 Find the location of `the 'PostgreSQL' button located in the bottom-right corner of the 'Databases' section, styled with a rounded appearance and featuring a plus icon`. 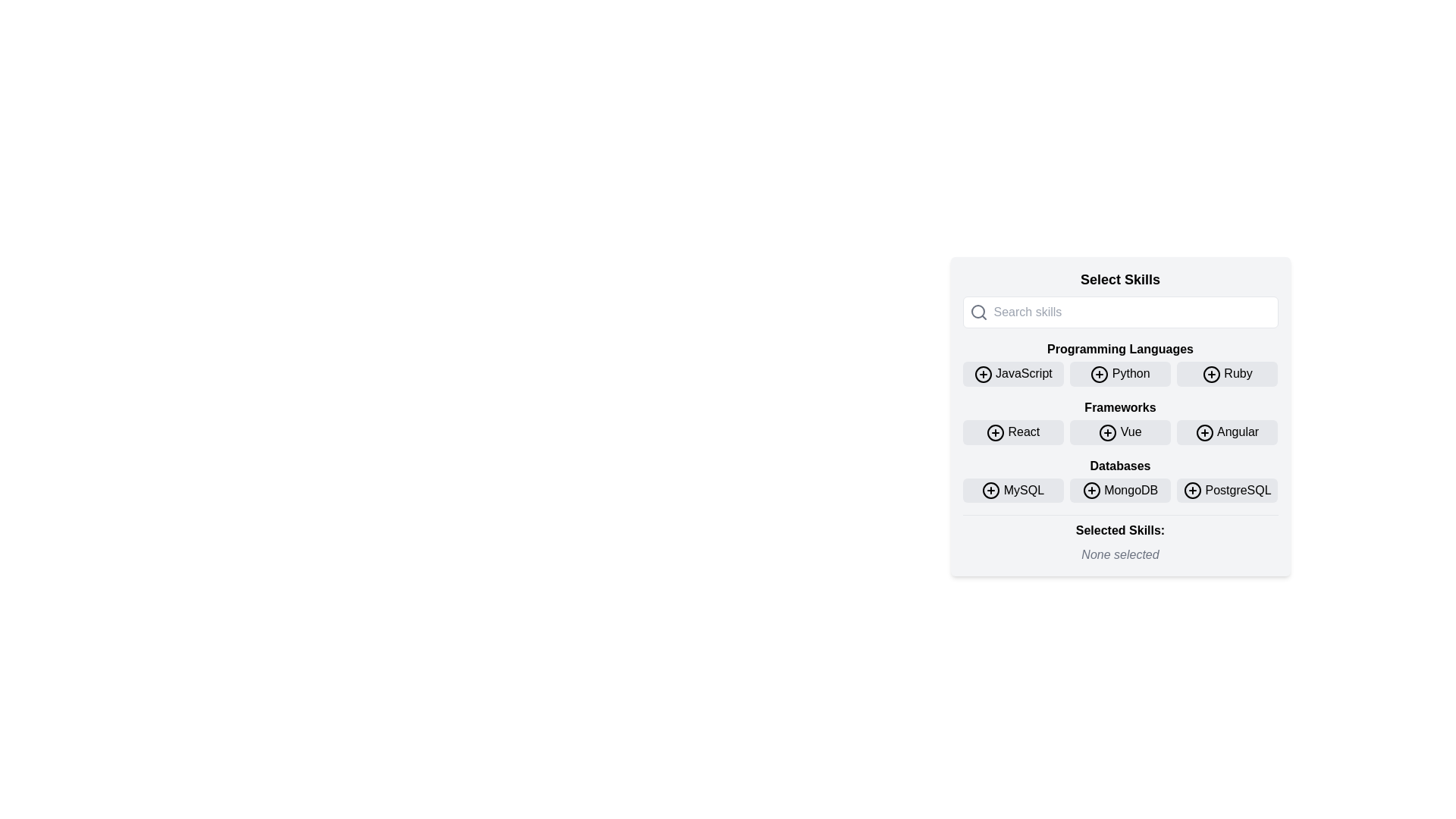

the 'PostgreSQL' button located in the bottom-right corner of the 'Databases' section, styled with a rounded appearance and featuring a plus icon is located at coordinates (1227, 490).